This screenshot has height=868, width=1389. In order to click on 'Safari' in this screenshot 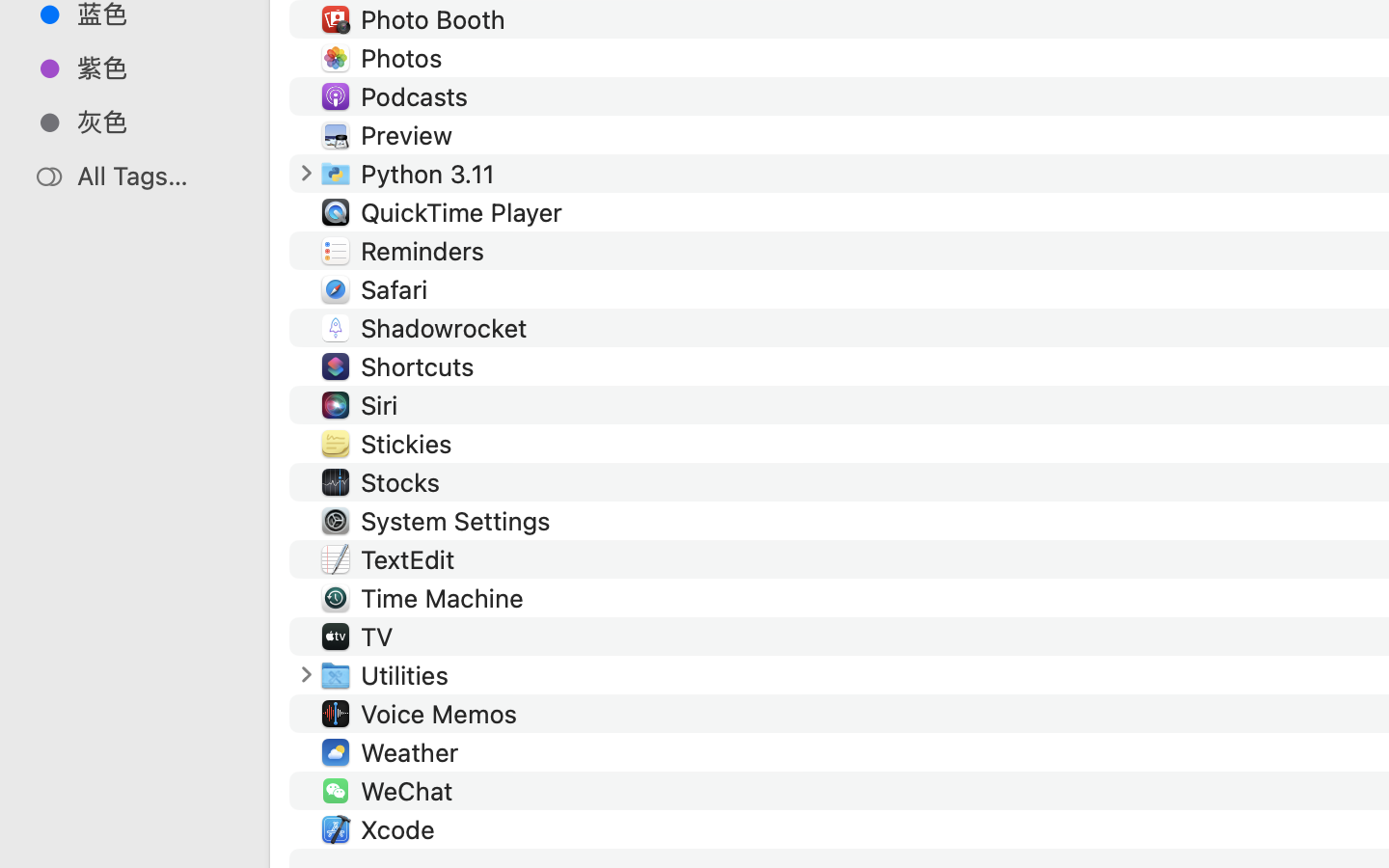, I will do `click(396, 287)`.